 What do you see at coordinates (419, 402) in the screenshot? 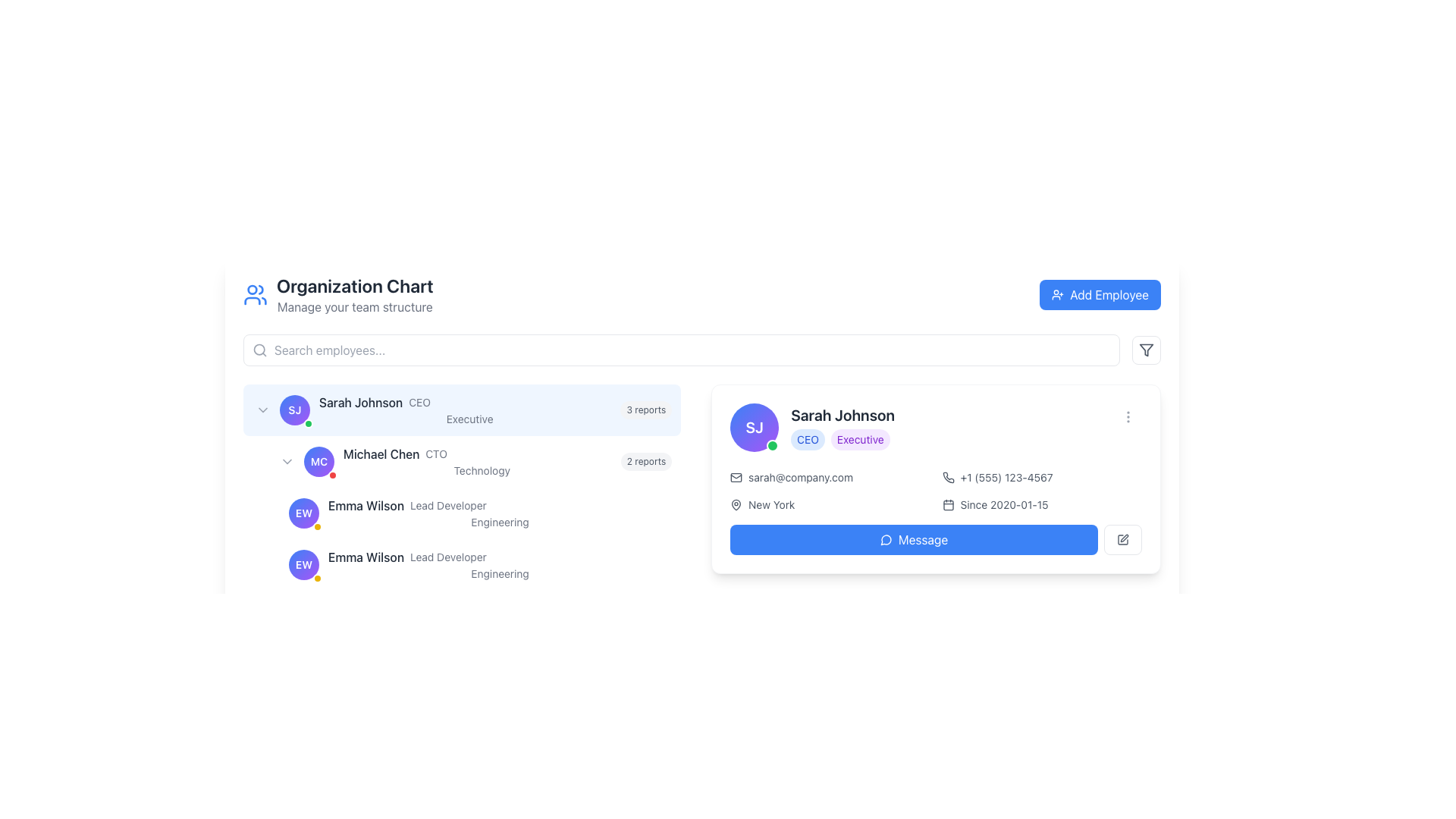
I see `the text label indicating 'CEO'` at bounding box center [419, 402].